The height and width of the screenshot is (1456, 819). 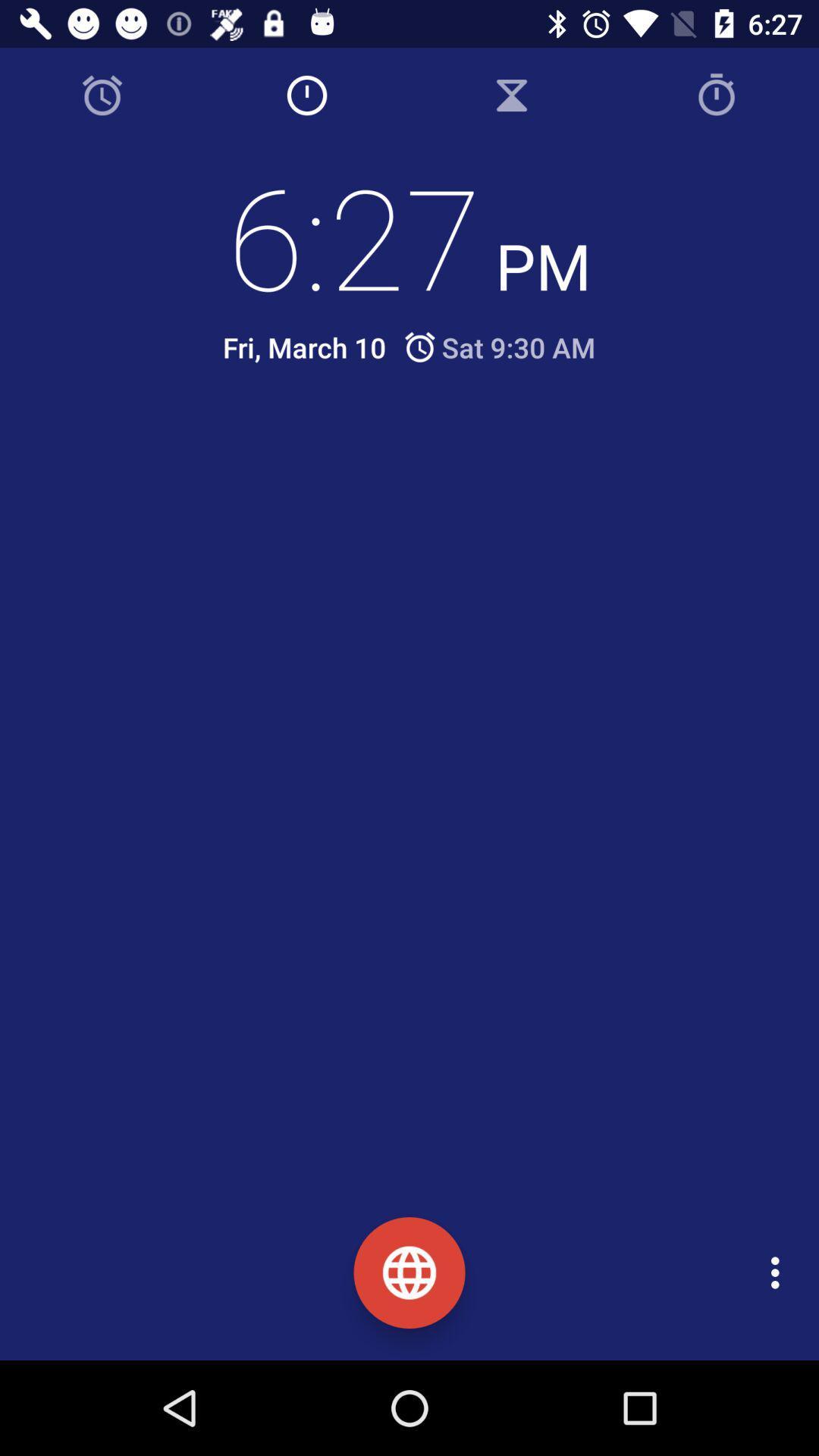 What do you see at coordinates (409, 1272) in the screenshot?
I see `the globe icon` at bounding box center [409, 1272].